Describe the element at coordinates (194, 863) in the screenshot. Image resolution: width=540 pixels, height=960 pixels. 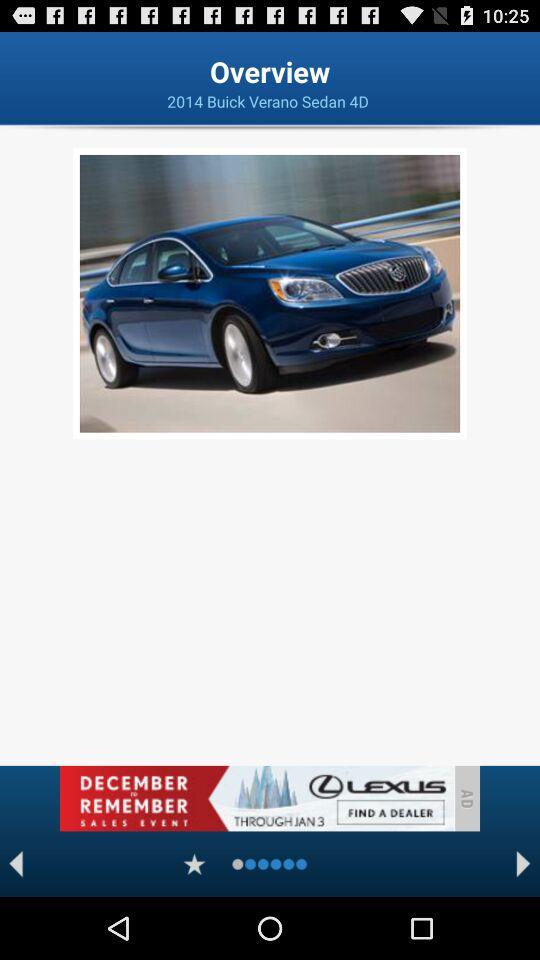
I see `star icon` at that location.